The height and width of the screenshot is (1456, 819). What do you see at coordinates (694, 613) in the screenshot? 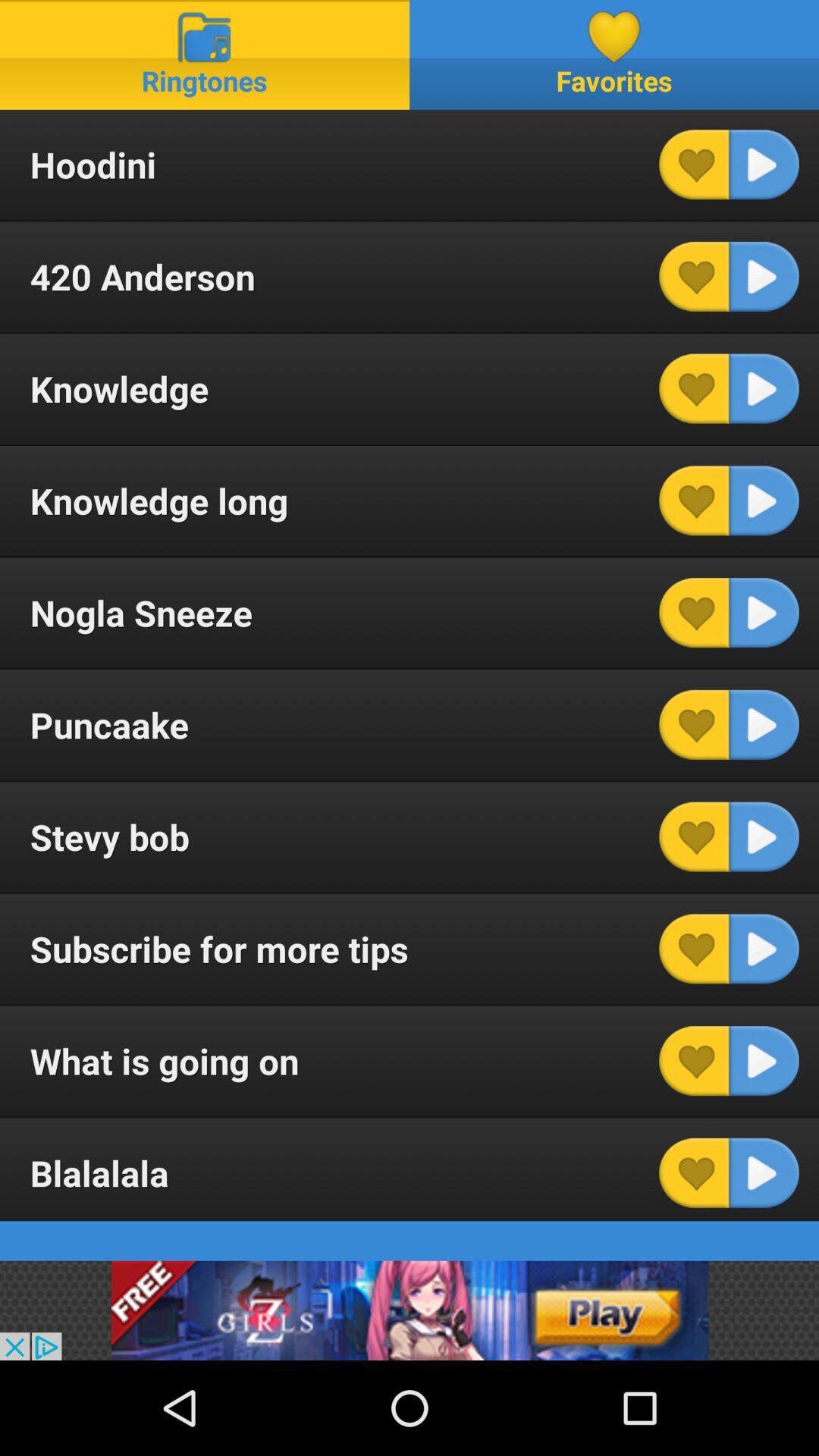
I see `ringtone to favorites` at bounding box center [694, 613].